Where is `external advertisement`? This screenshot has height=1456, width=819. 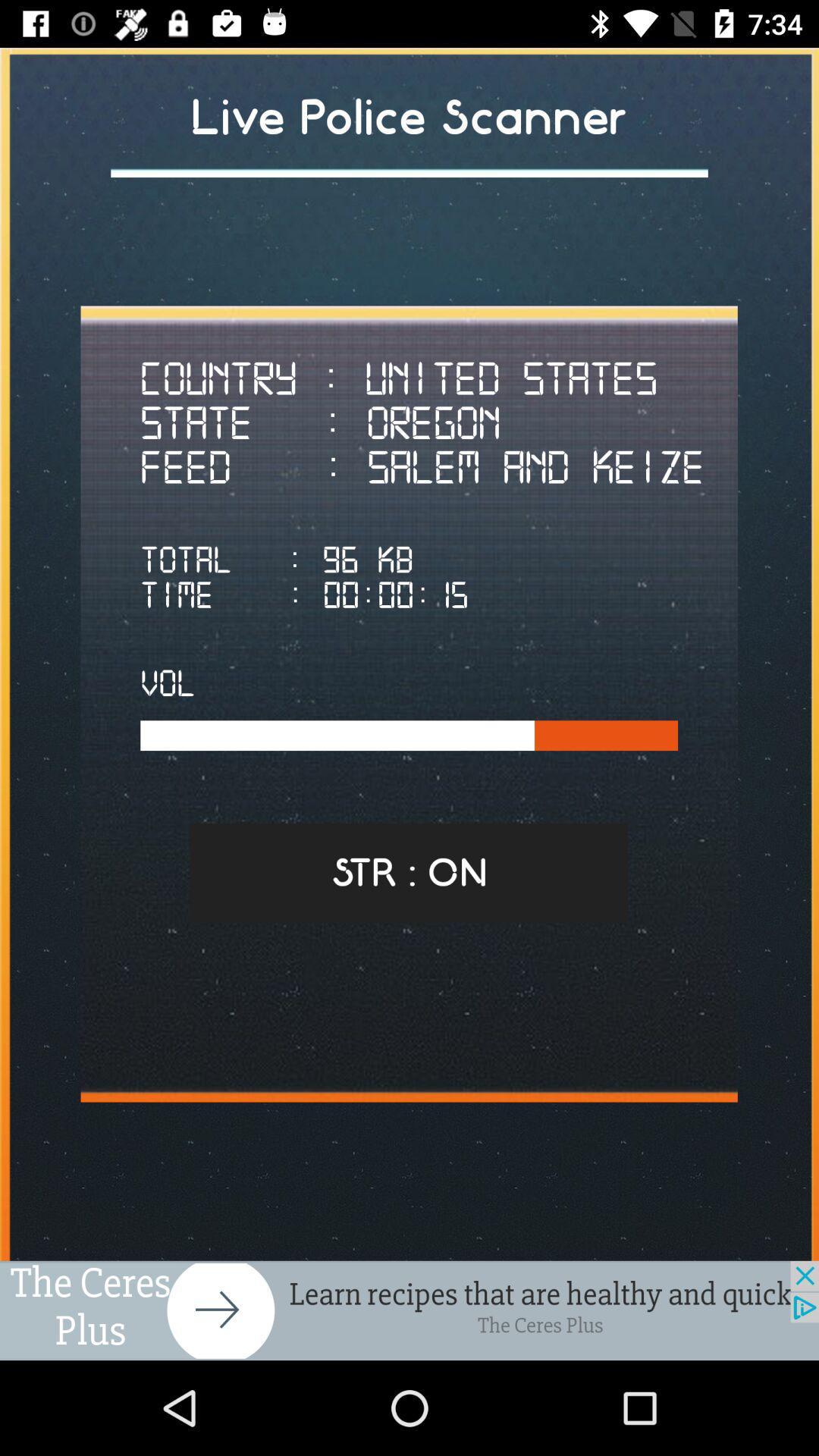
external advertisement is located at coordinates (409, 1310).